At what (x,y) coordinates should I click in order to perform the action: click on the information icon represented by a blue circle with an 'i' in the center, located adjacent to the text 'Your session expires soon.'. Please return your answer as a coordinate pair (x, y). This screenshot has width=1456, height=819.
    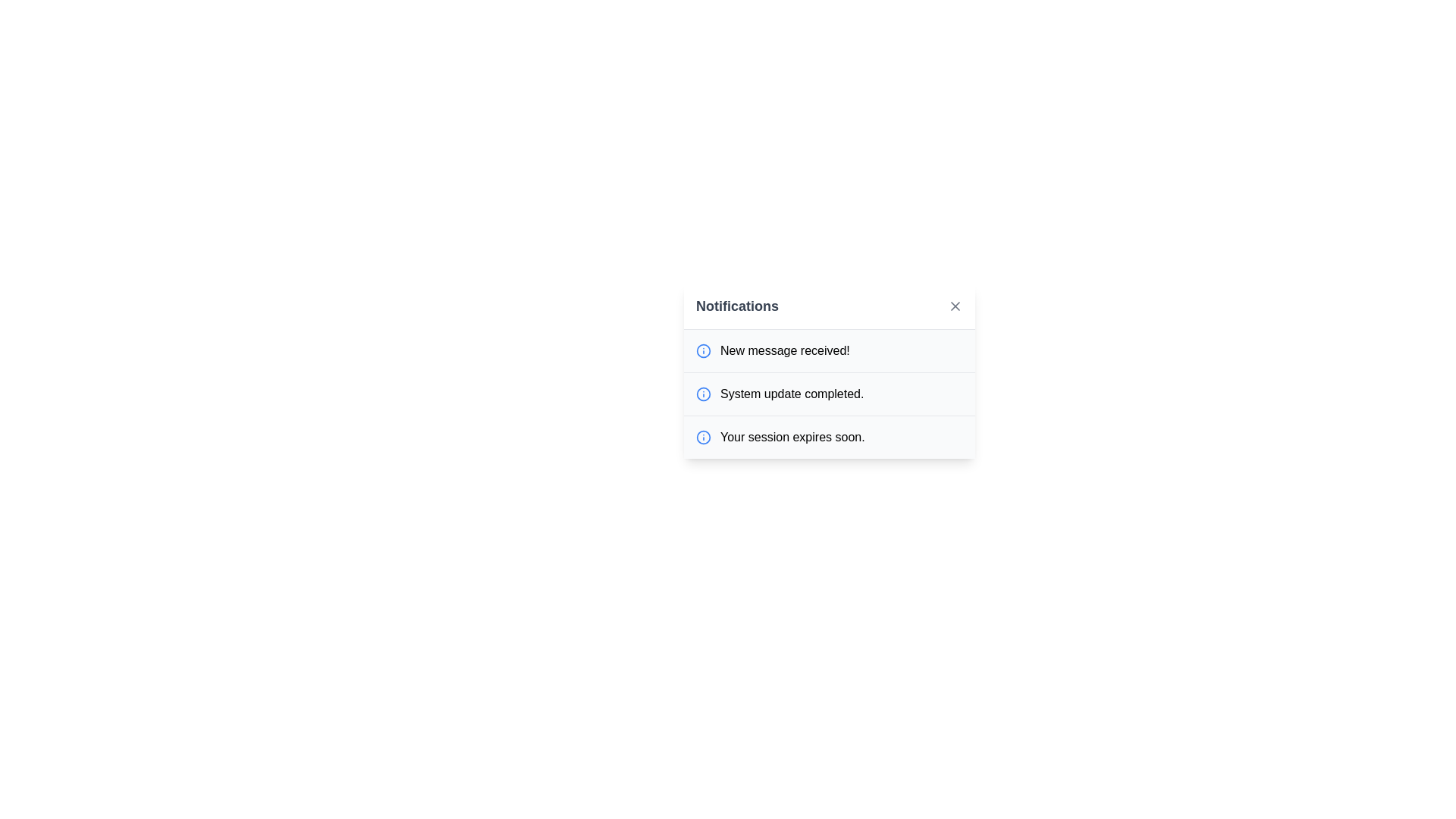
    Looking at the image, I should click on (702, 438).